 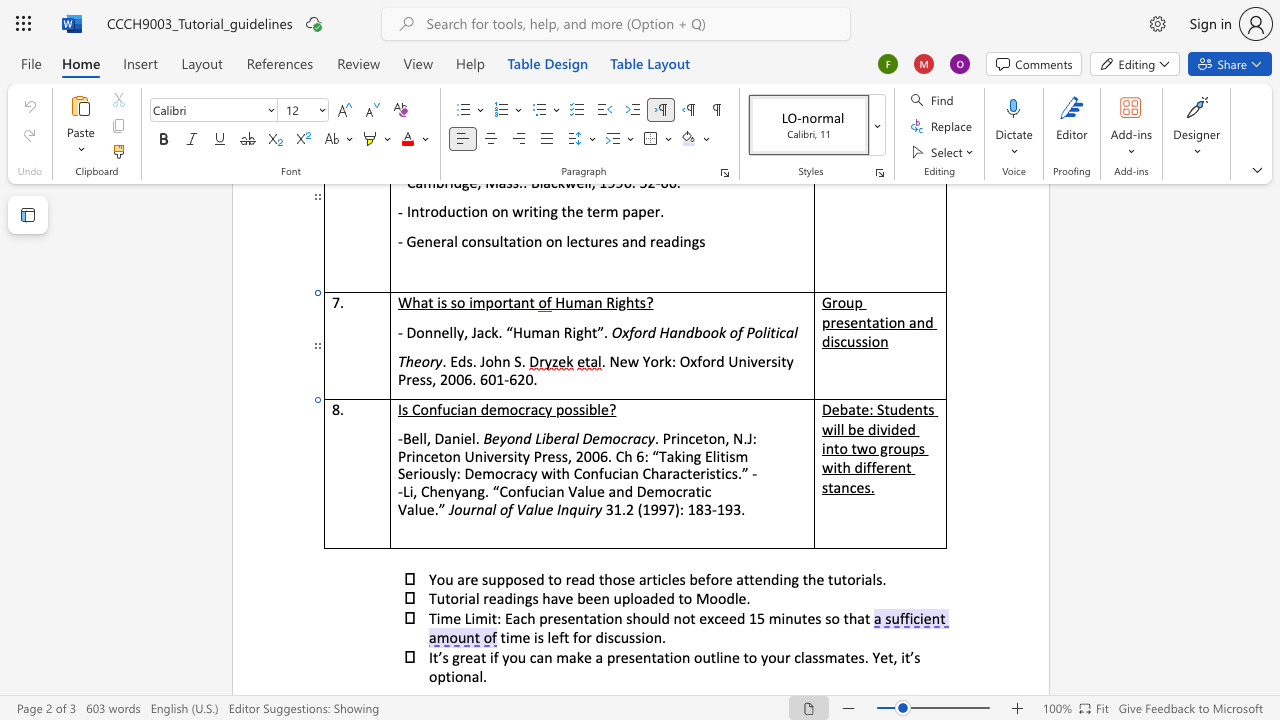 I want to click on the space between the continuous character "c" and "y" in the text, so click(x=647, y=437).